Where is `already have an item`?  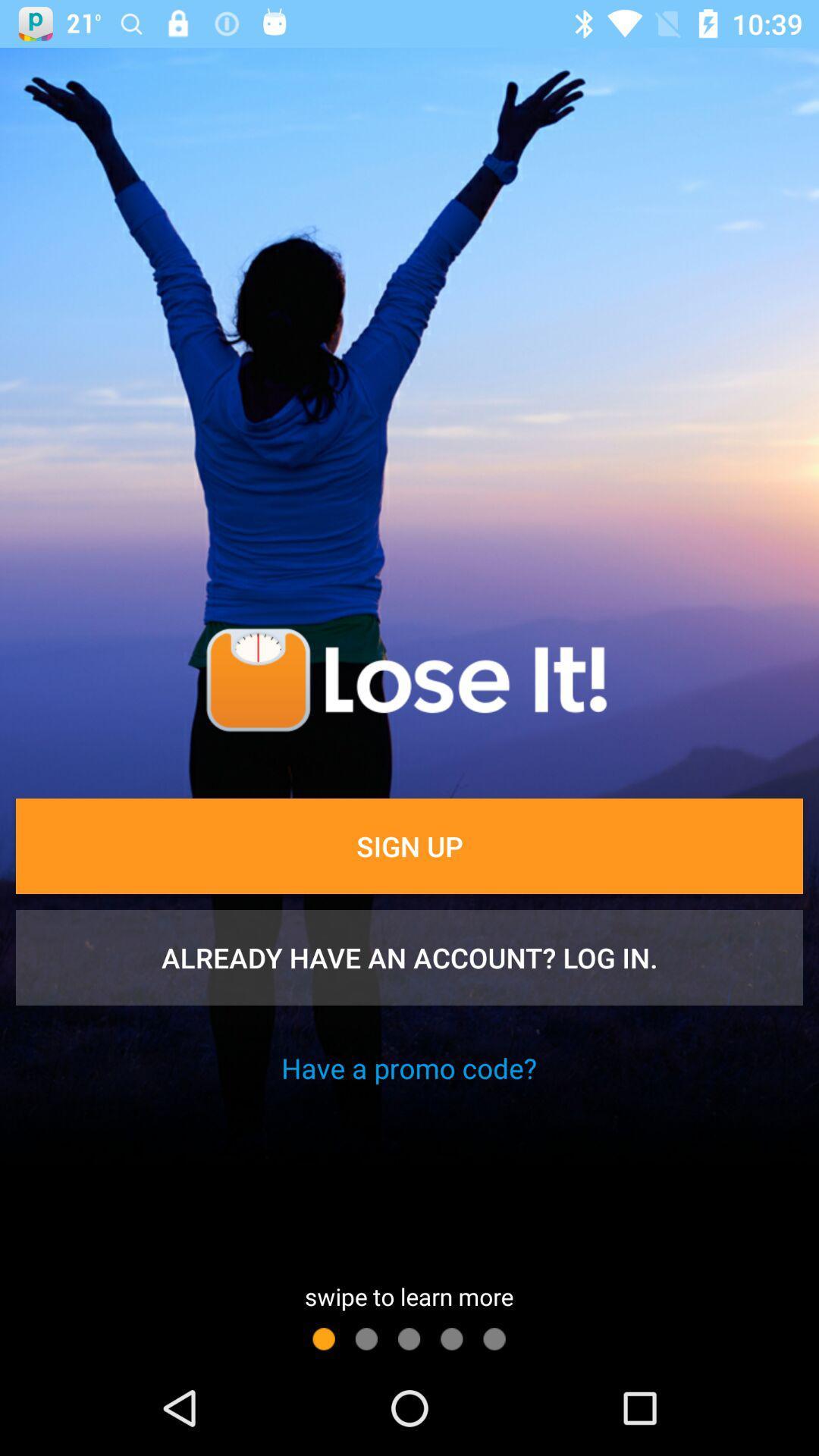 already have an item is located at coordinates (409, 956).